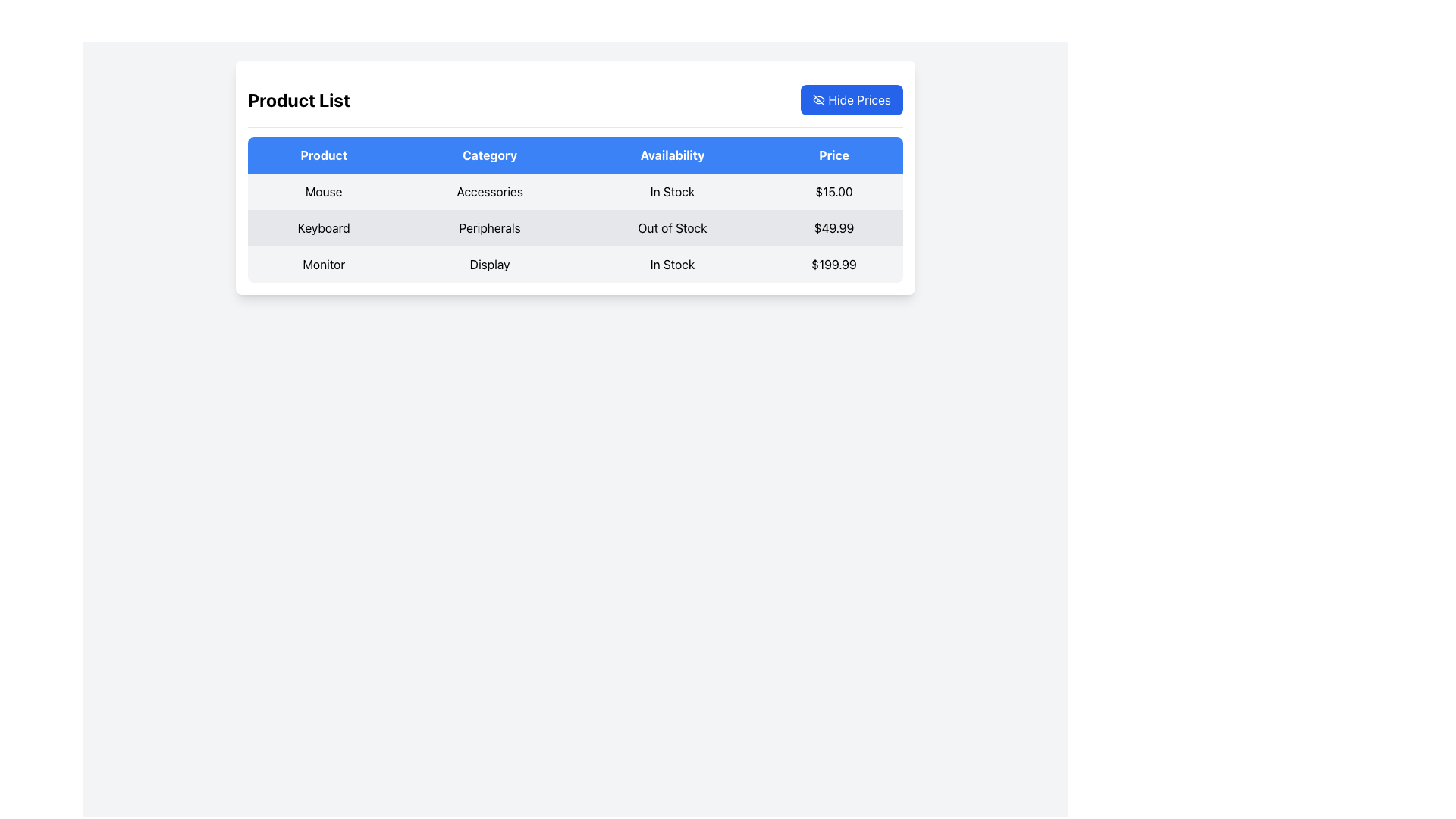 This screenshot has height=819, width=1456. What do you see at coordinates (833, 155) in the screenshot?
I see `the 'Price' text label in the table header to emphasize it, which is displayed in white on a blue background as the last column of the header row` at bounding box center [833, 155].